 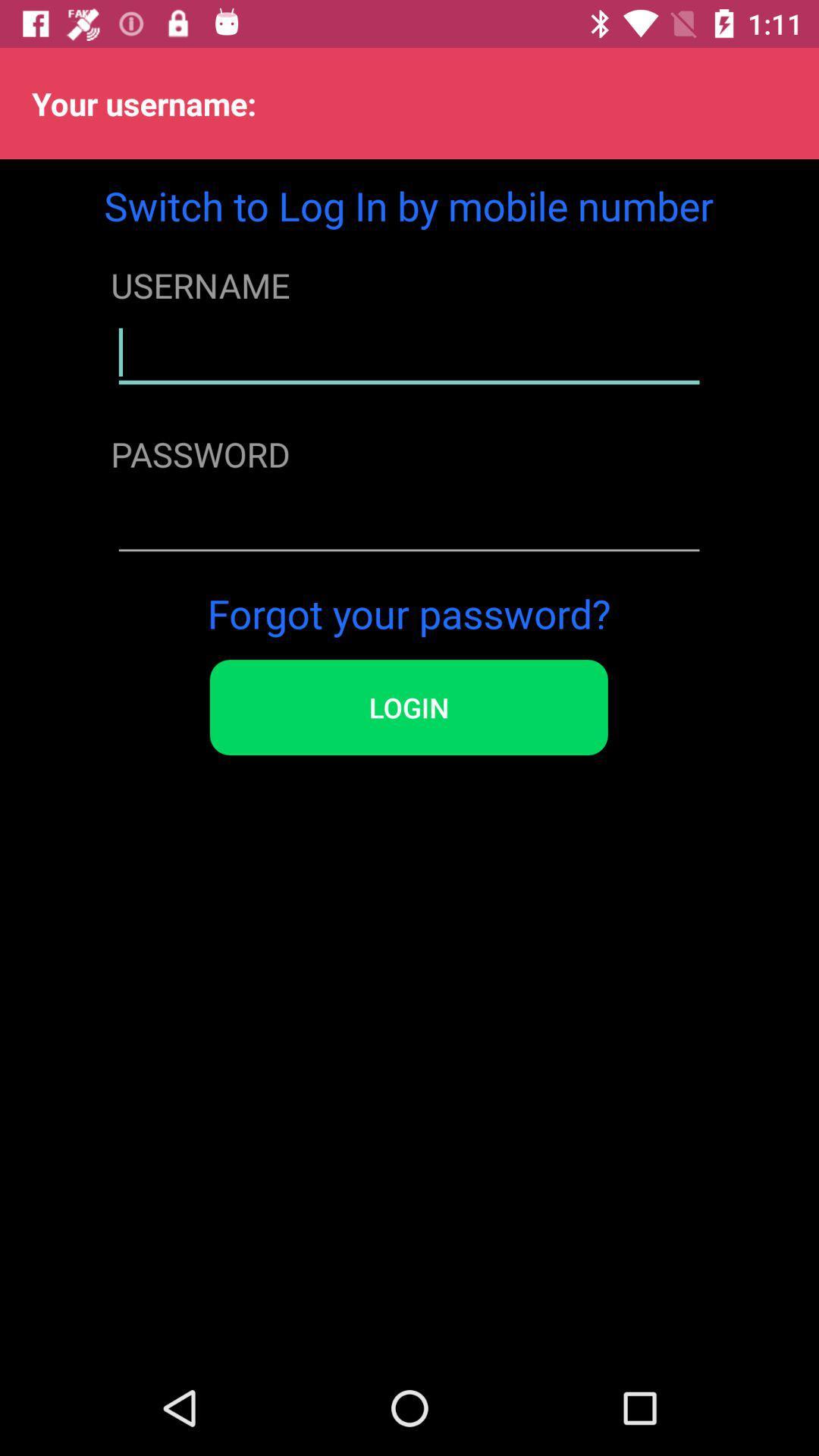 What do you see at coordinates (408, 613) in the screenshot?
I see `forgot your password? item` at bounding box center [408, 613].